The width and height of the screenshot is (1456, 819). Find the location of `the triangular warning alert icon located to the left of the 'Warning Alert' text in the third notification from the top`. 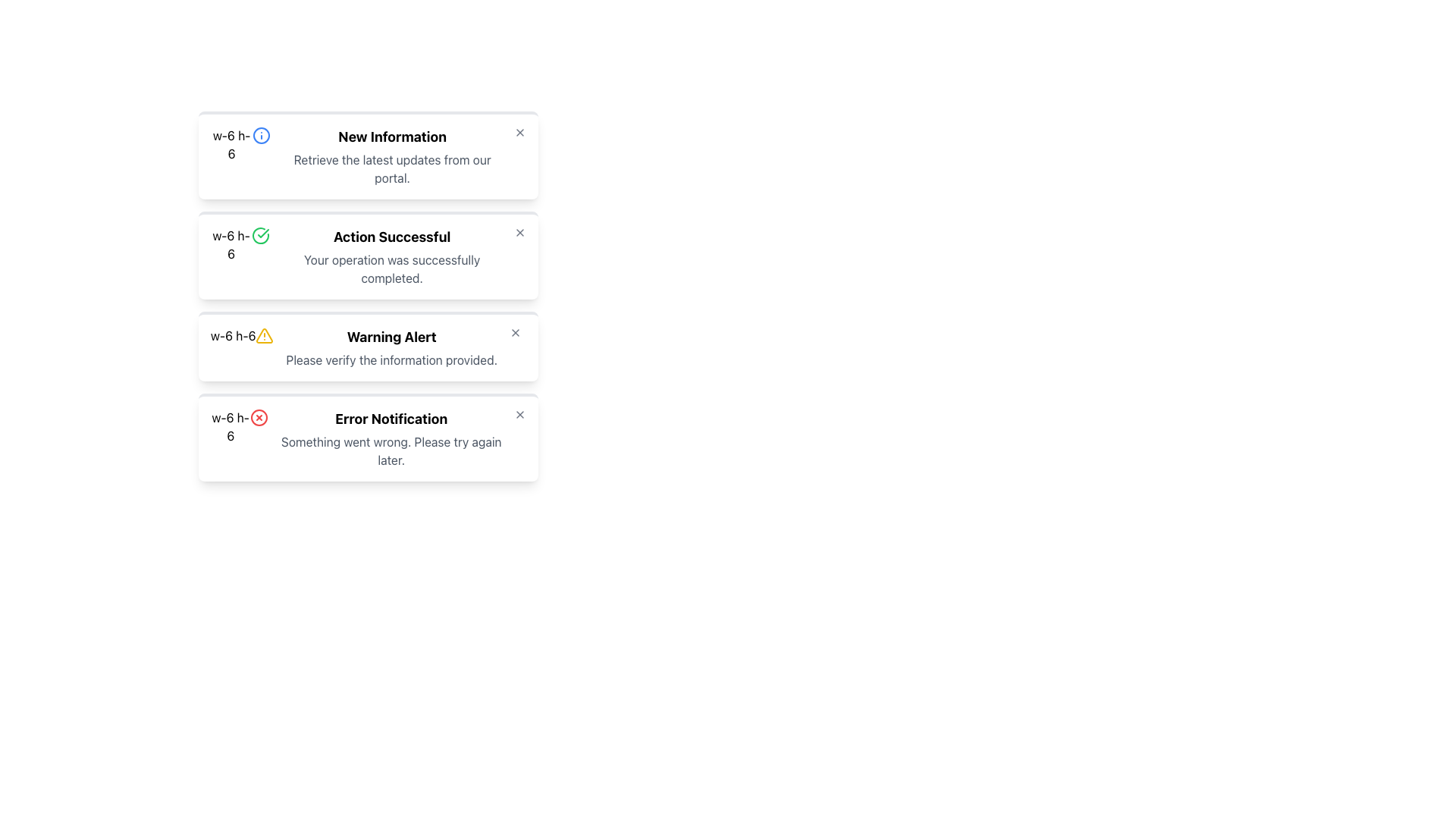

the triangular warning alert icon located to the left of the 'Warning Alert' text in the third notification from the top is located at coordinates (265, 334).